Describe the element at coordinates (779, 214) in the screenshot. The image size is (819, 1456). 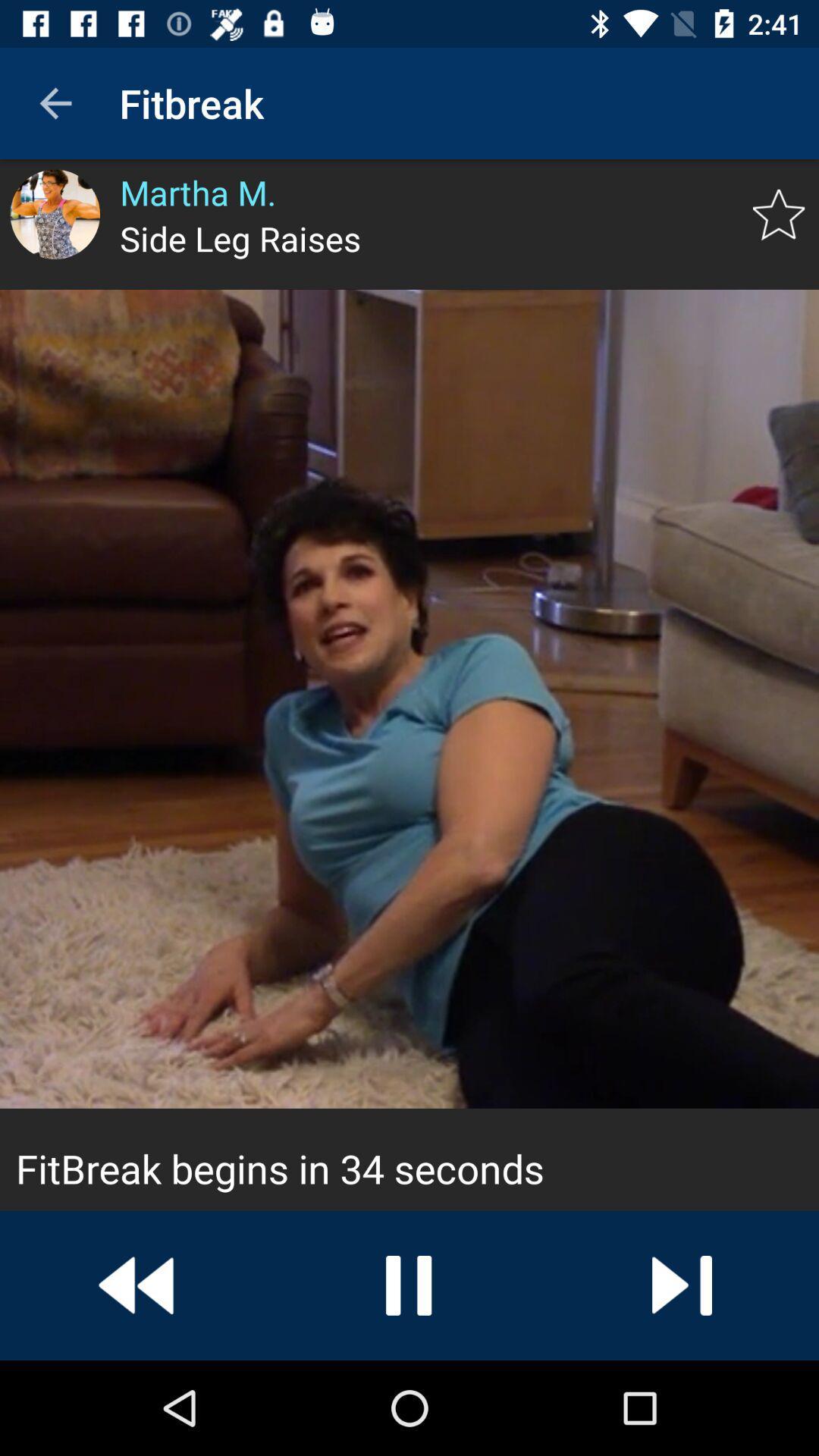
I see `the icon at the top right corner` at that location.